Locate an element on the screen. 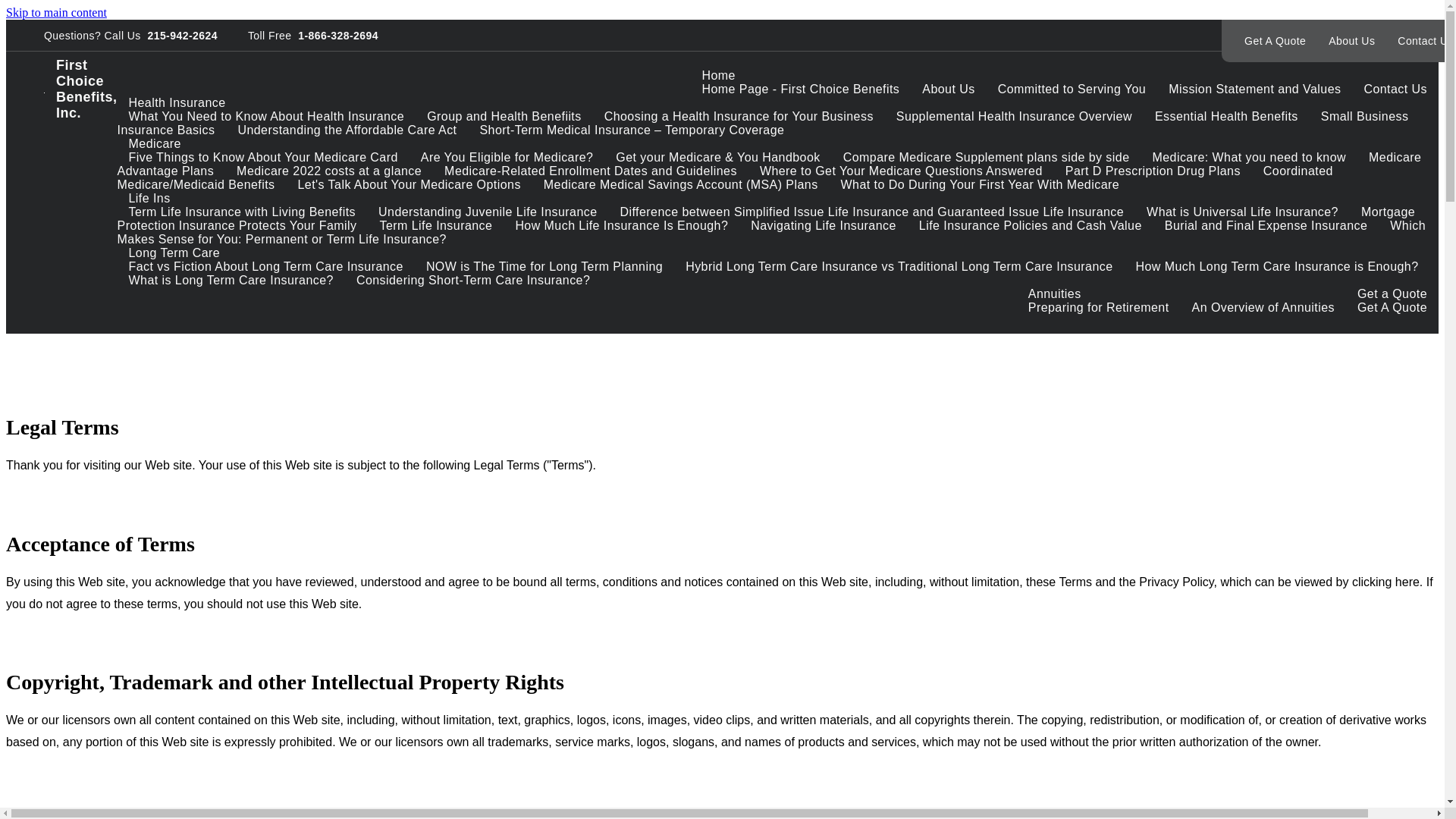 Image resolution: width=1456 pixels, height=819 pixels. '215-942-2624' is located at coordinates (141, 34).